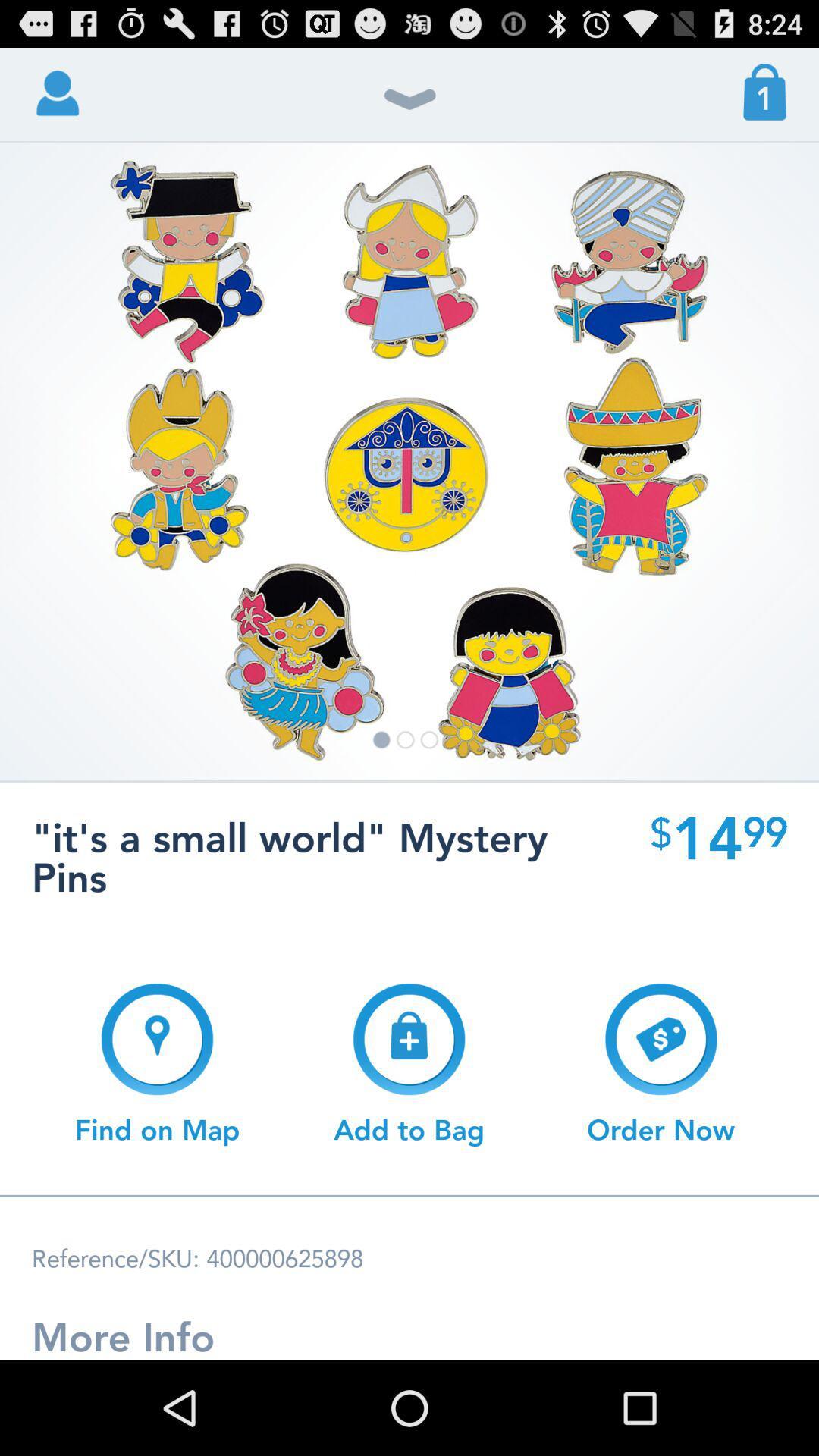 The image size is (819, 1456). I want to click on icon next to 1 item, so click(409, 106).